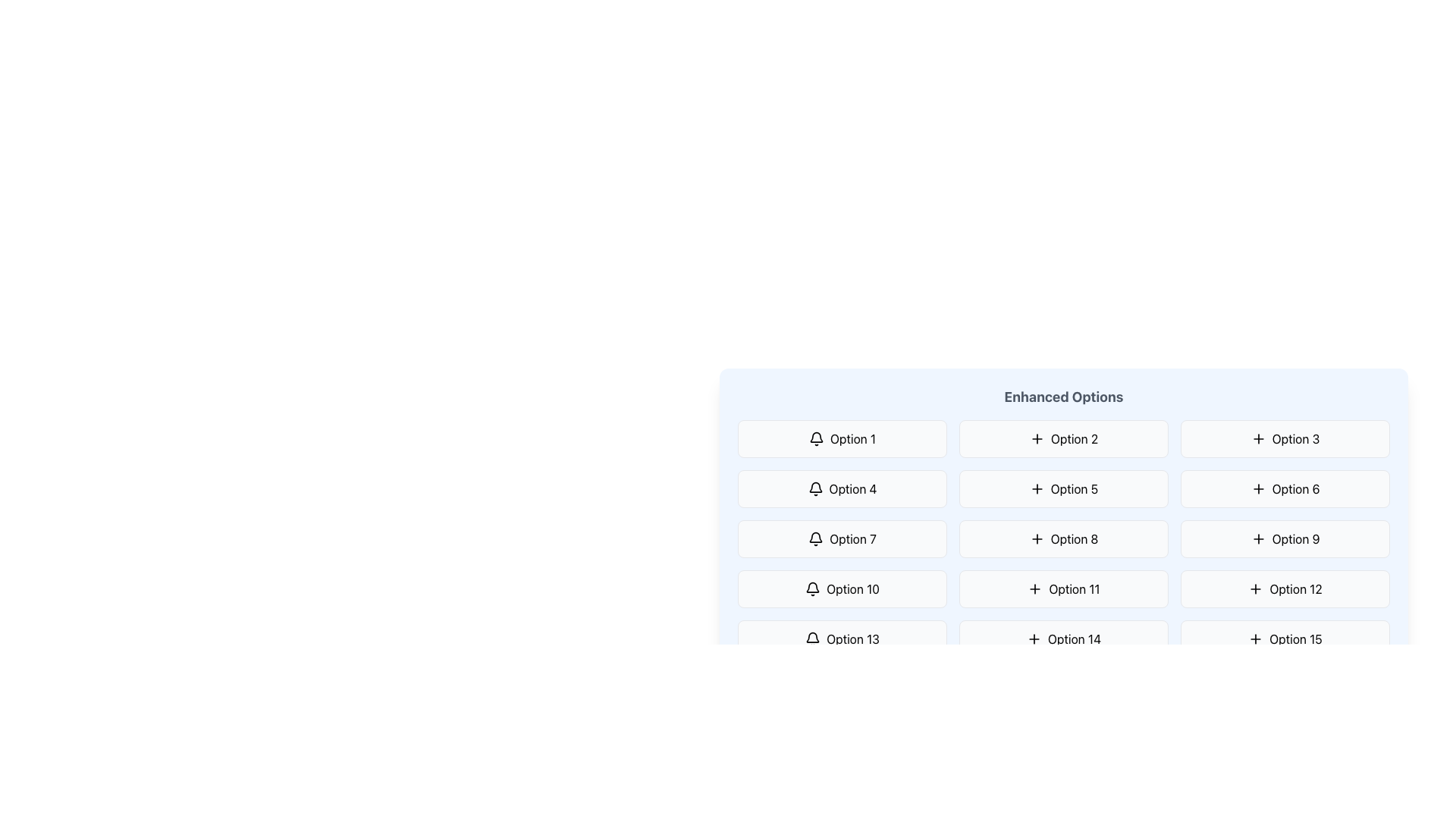 This screenshot has height=819, width=1456. I want to click on the button labeled 'Option 5' with a '+' icon, located in the second row, middle column of the 'Enhanced Options' grid, to prepare for interaction, so click(1062, 488).